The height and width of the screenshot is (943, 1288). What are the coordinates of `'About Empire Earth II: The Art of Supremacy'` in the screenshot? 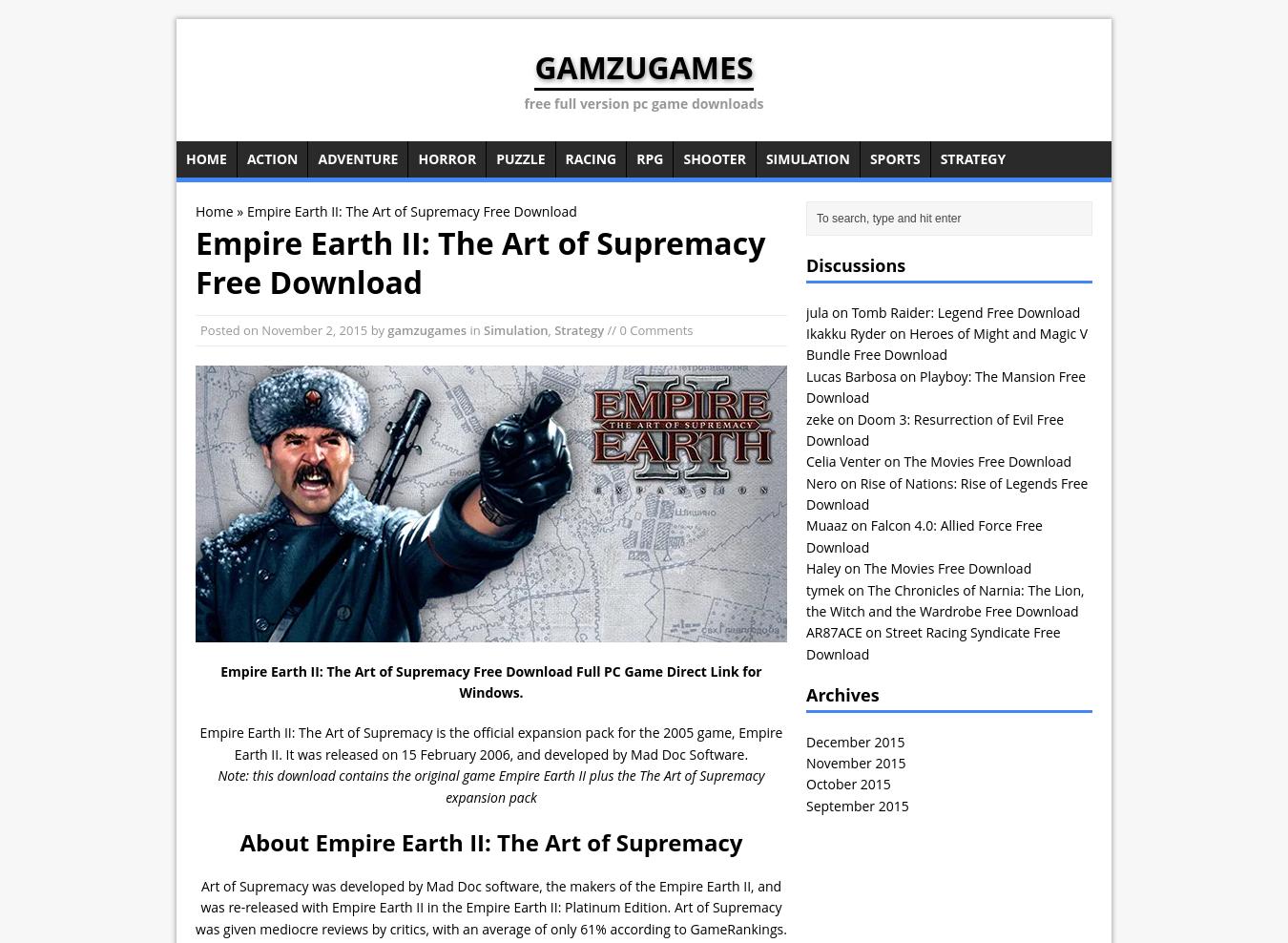 It's located at (489, 840).